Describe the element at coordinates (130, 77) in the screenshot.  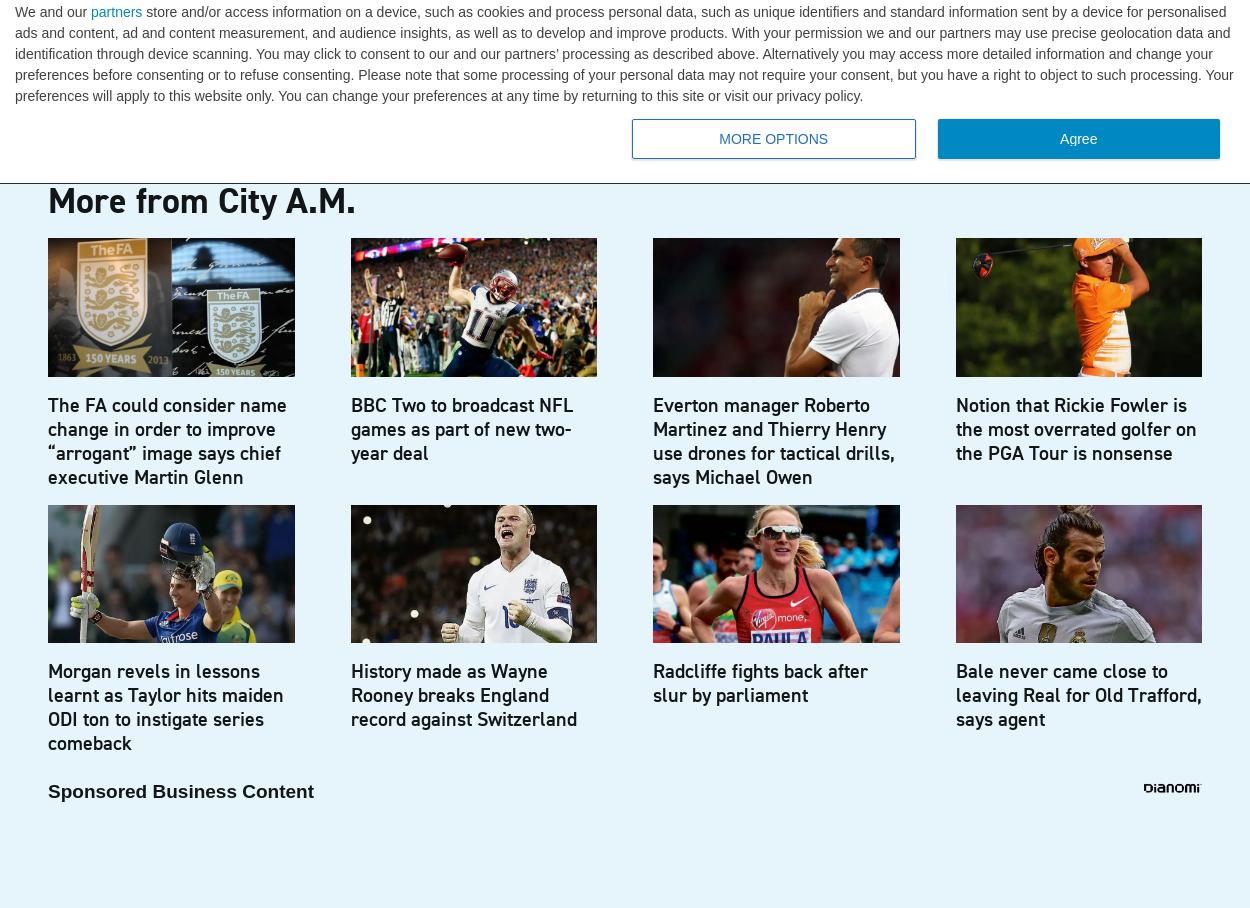
I see `'NULL'` at that location.